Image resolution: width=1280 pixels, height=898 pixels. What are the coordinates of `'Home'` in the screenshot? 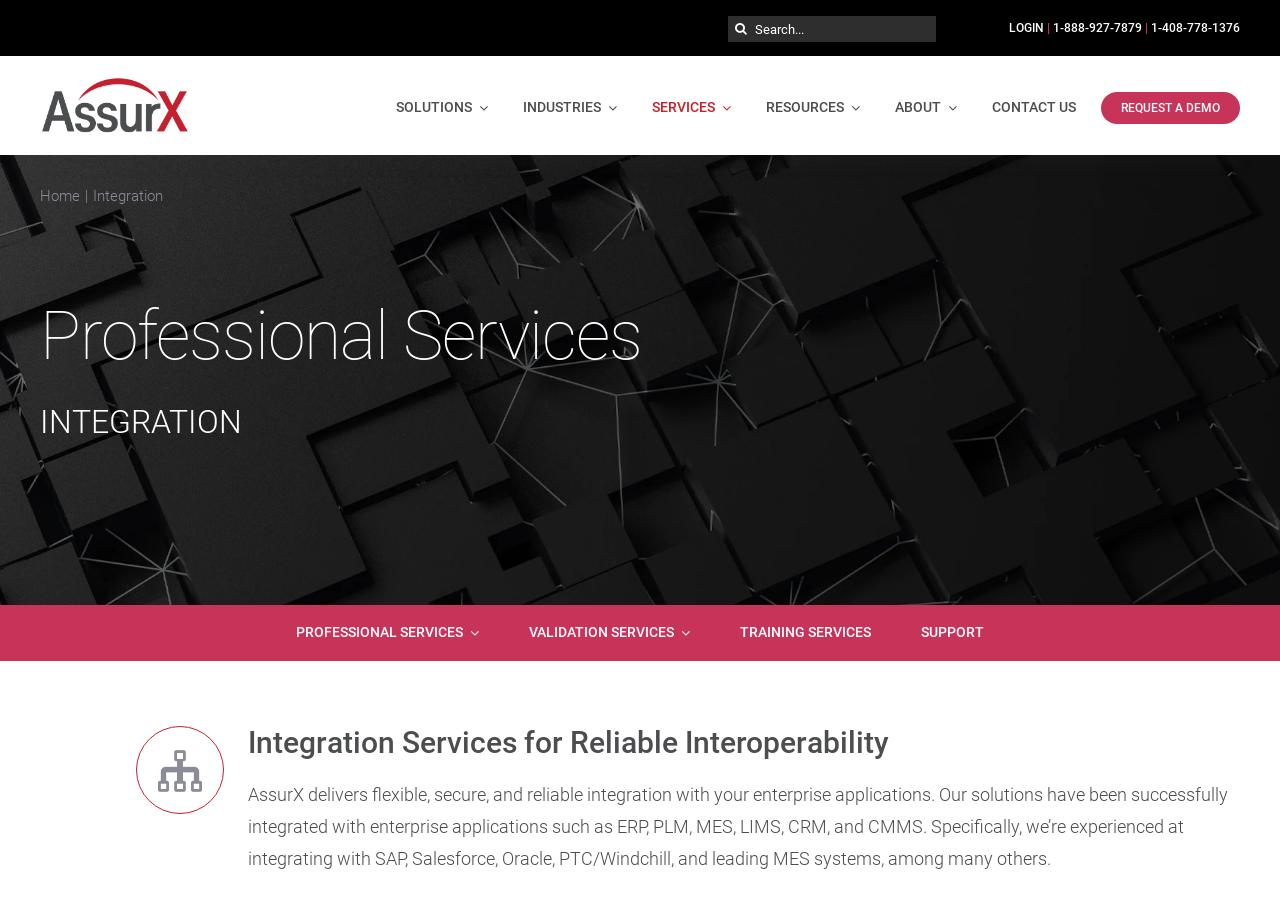 It's located at (59, 193).